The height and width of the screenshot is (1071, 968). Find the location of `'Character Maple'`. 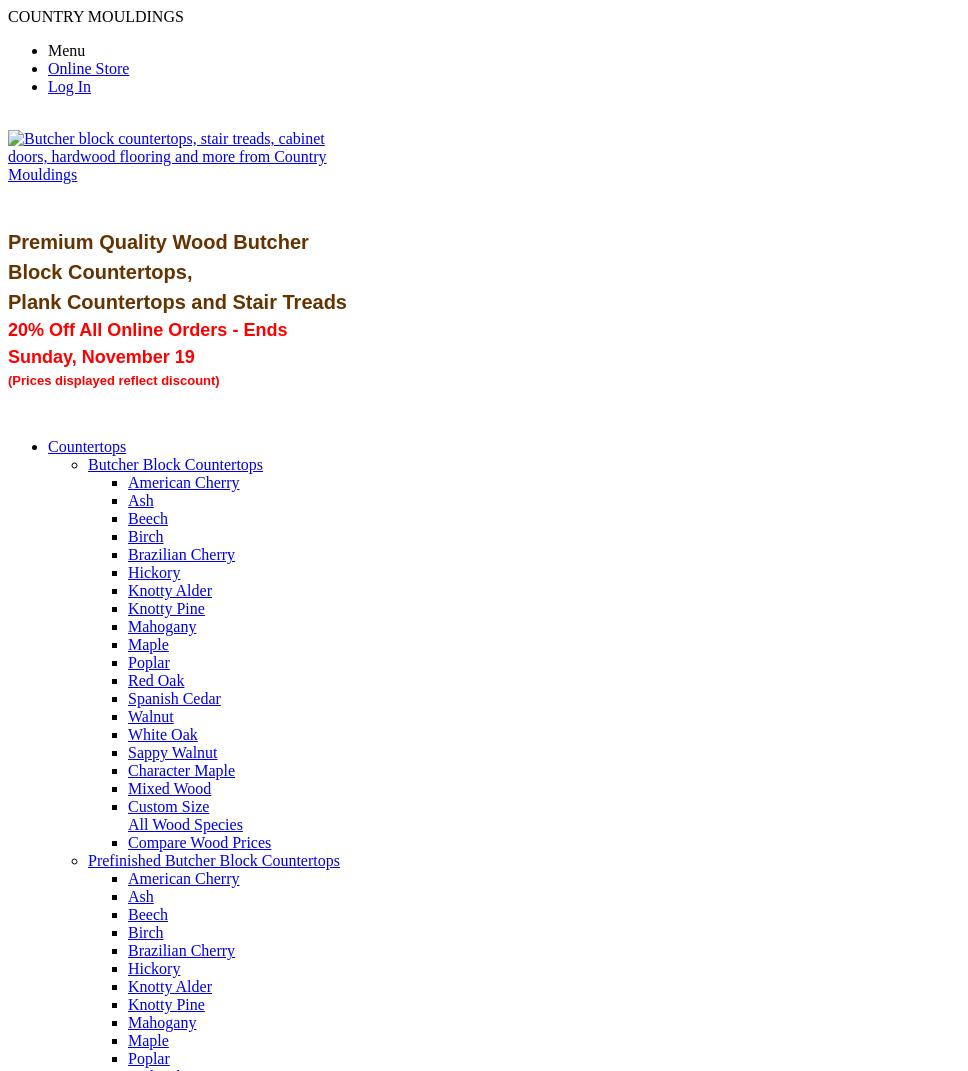

'Character Maple' is located at coordinates (181, 769).